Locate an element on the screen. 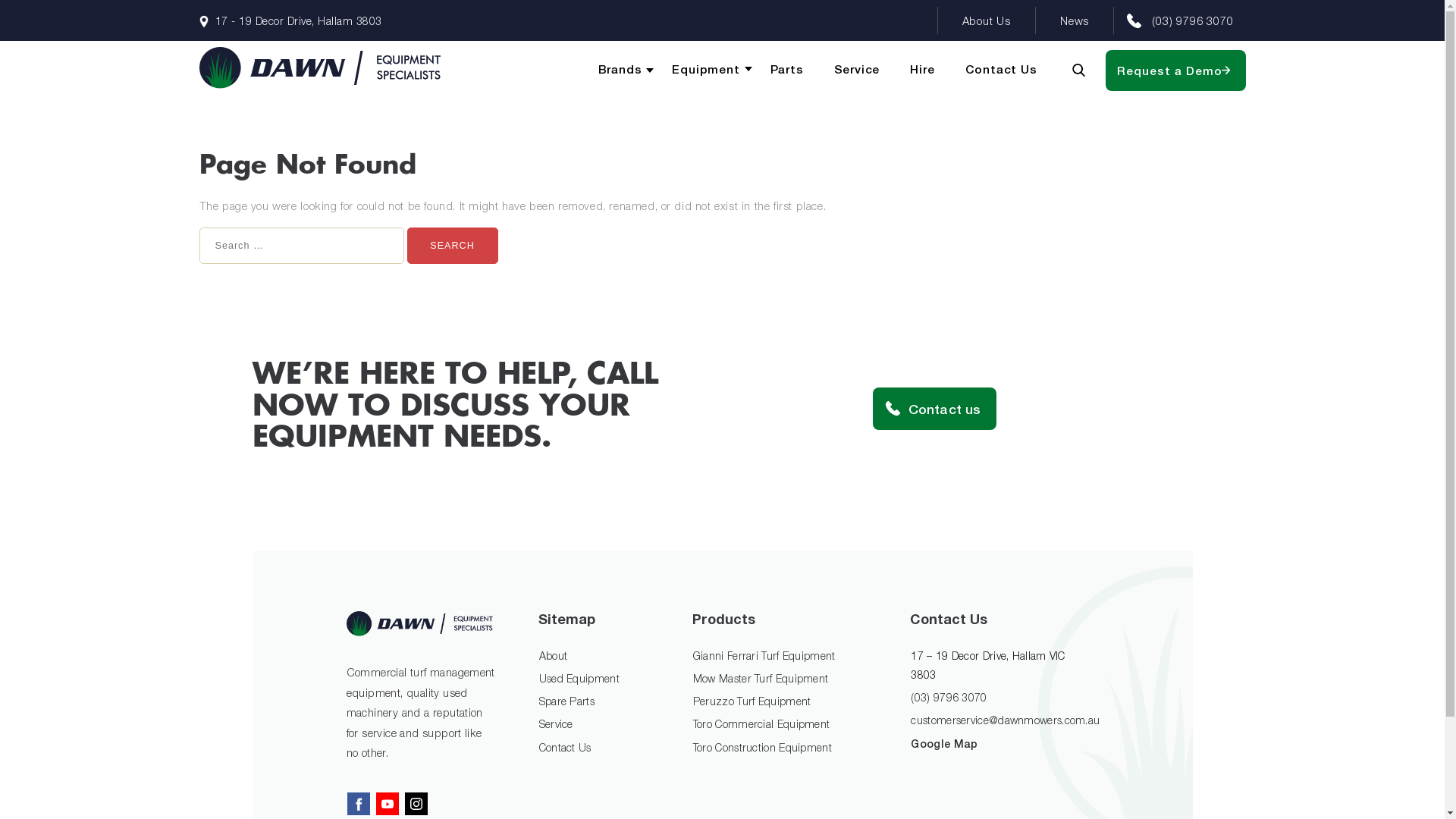 This screenshot has width=1456, height=819. 'Search' is located at coordinates (450, 245).